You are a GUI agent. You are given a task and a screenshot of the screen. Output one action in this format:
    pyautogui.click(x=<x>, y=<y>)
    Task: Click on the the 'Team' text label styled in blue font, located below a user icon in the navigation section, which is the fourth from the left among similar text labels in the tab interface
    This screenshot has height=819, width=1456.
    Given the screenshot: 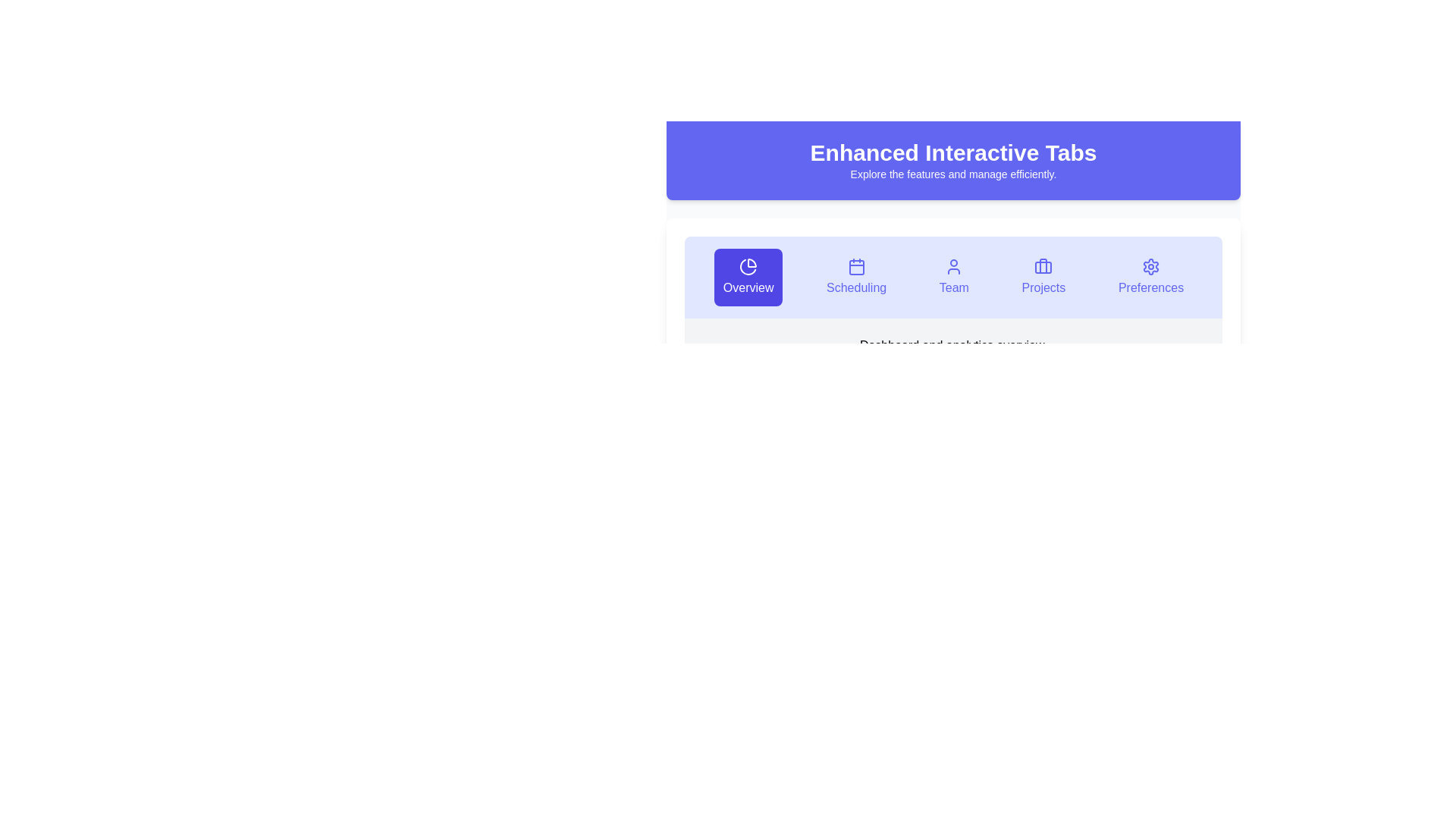 What is the action you would take?
    pyautogui.click(x=952, y=288)
    